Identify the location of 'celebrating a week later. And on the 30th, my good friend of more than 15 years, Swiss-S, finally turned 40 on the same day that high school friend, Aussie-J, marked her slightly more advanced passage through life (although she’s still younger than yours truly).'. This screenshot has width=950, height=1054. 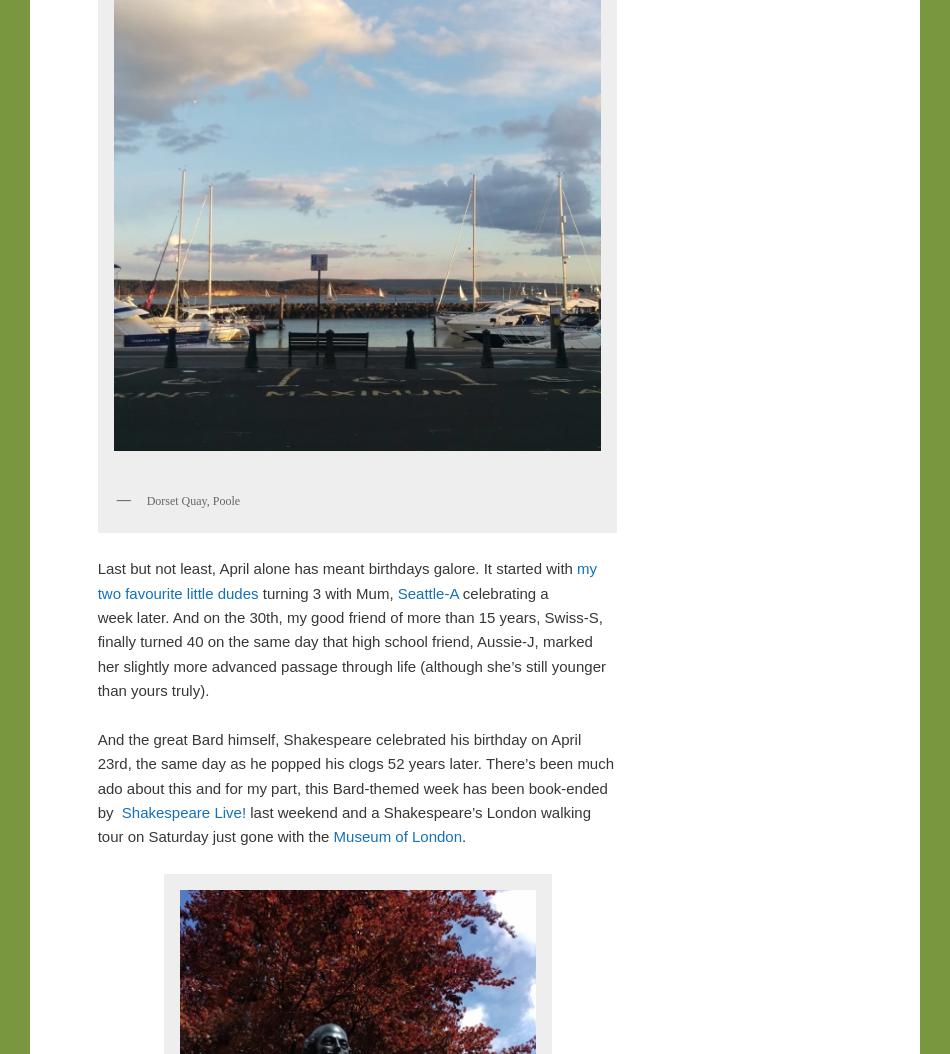
(350, 641).